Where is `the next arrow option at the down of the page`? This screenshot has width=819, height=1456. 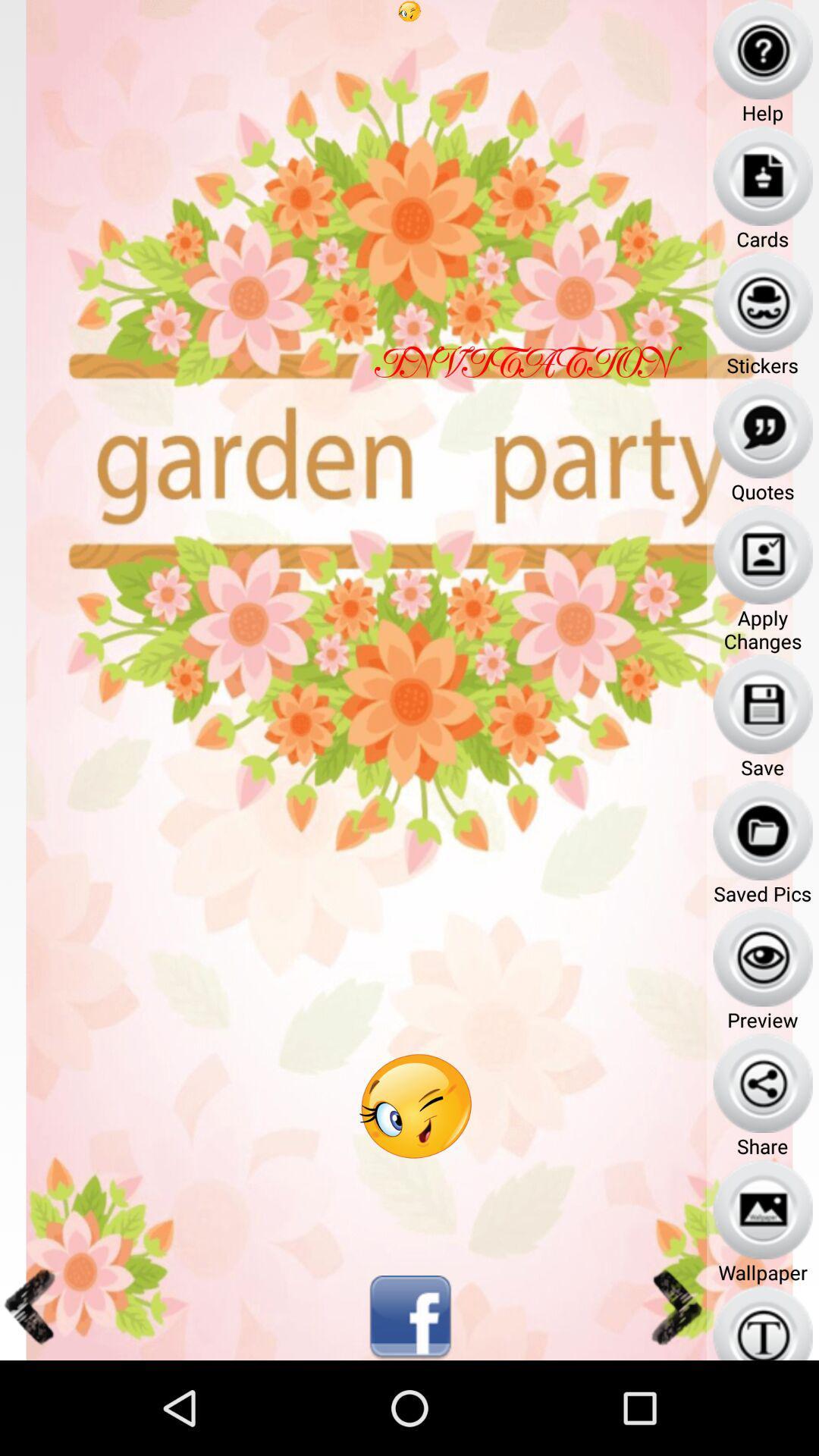 the next arrow option at the down of the page is located at coordinates (674, 1306).